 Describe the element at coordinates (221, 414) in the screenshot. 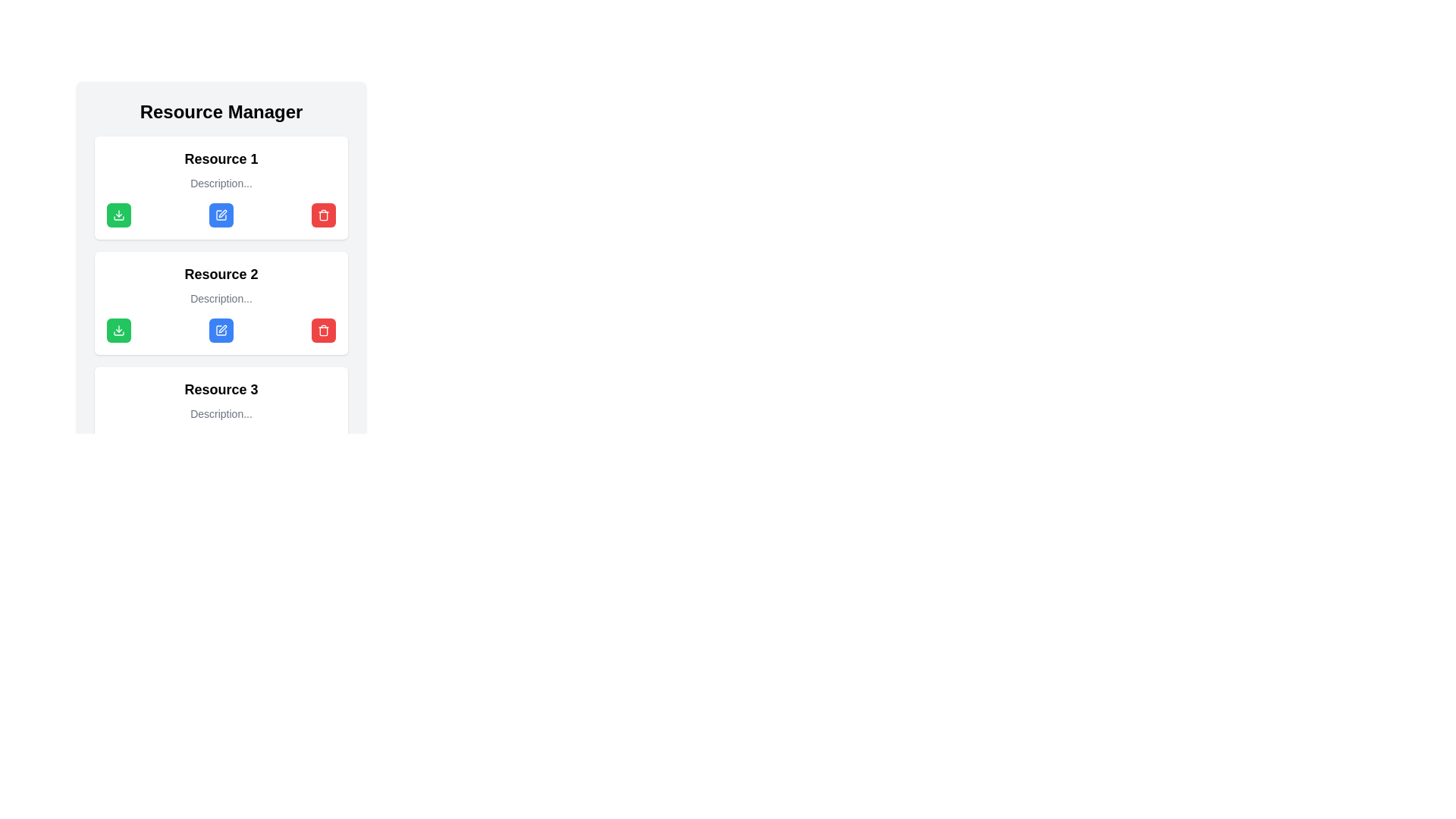

I see `the text content providing additional information related to 'Resource 3', which is located directly below the 'Resource 3' text header within the same card` at that location.